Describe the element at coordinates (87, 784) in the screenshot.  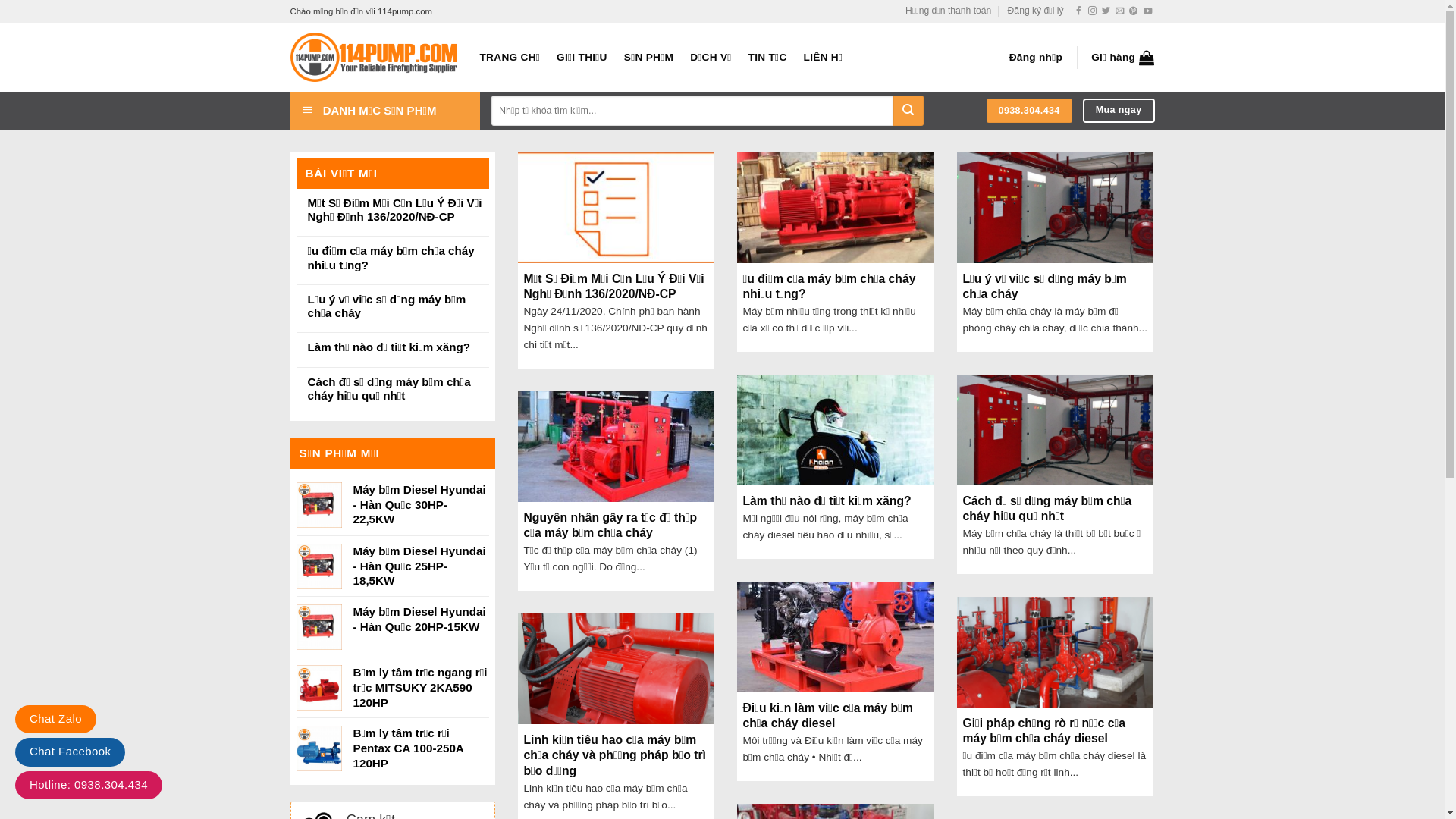
I see `'Hotline: 0938.304.434'` at that location.